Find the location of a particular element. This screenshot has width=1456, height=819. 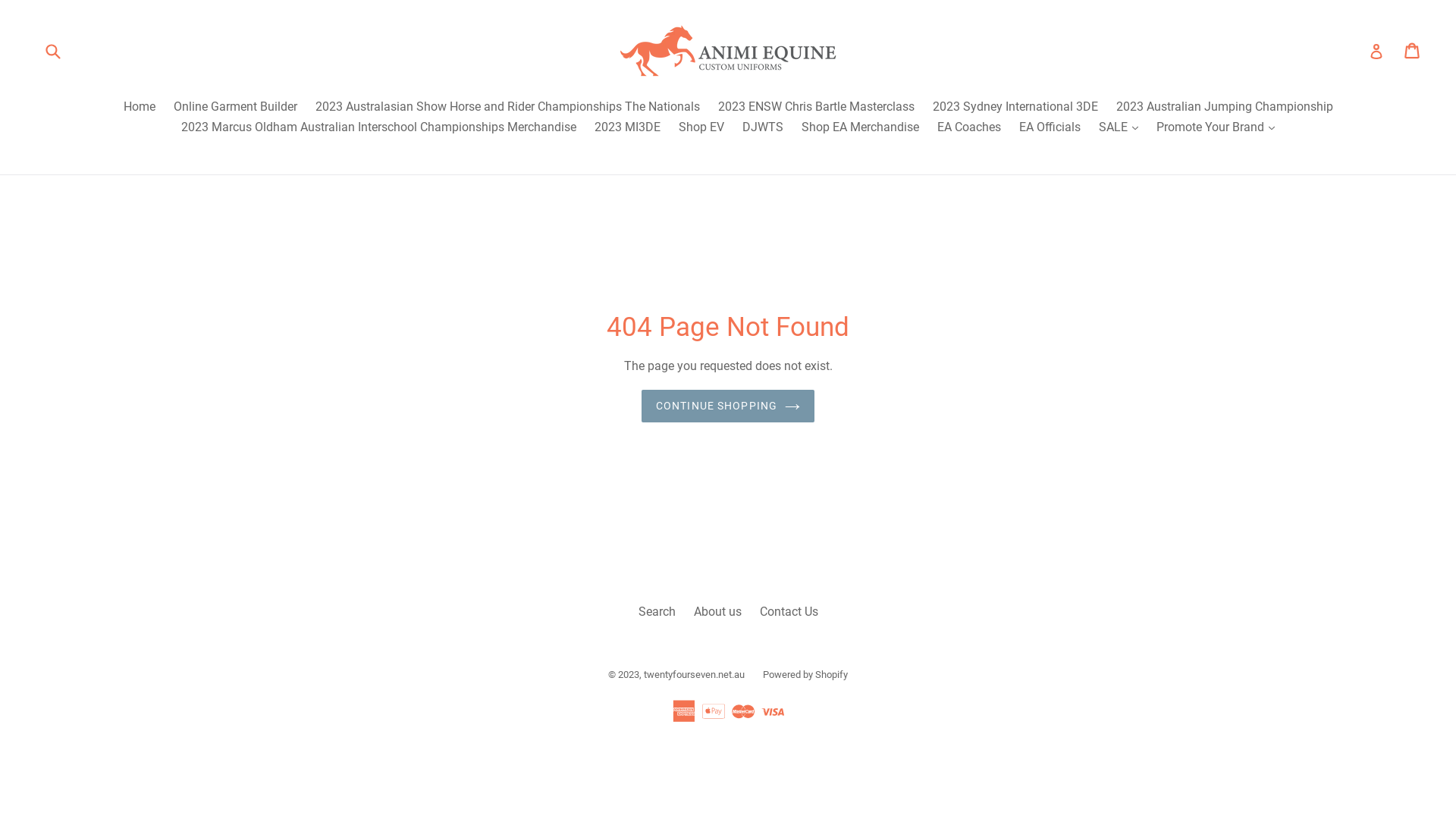

'Online Garment Builder' is located at coordinates (234, 107).